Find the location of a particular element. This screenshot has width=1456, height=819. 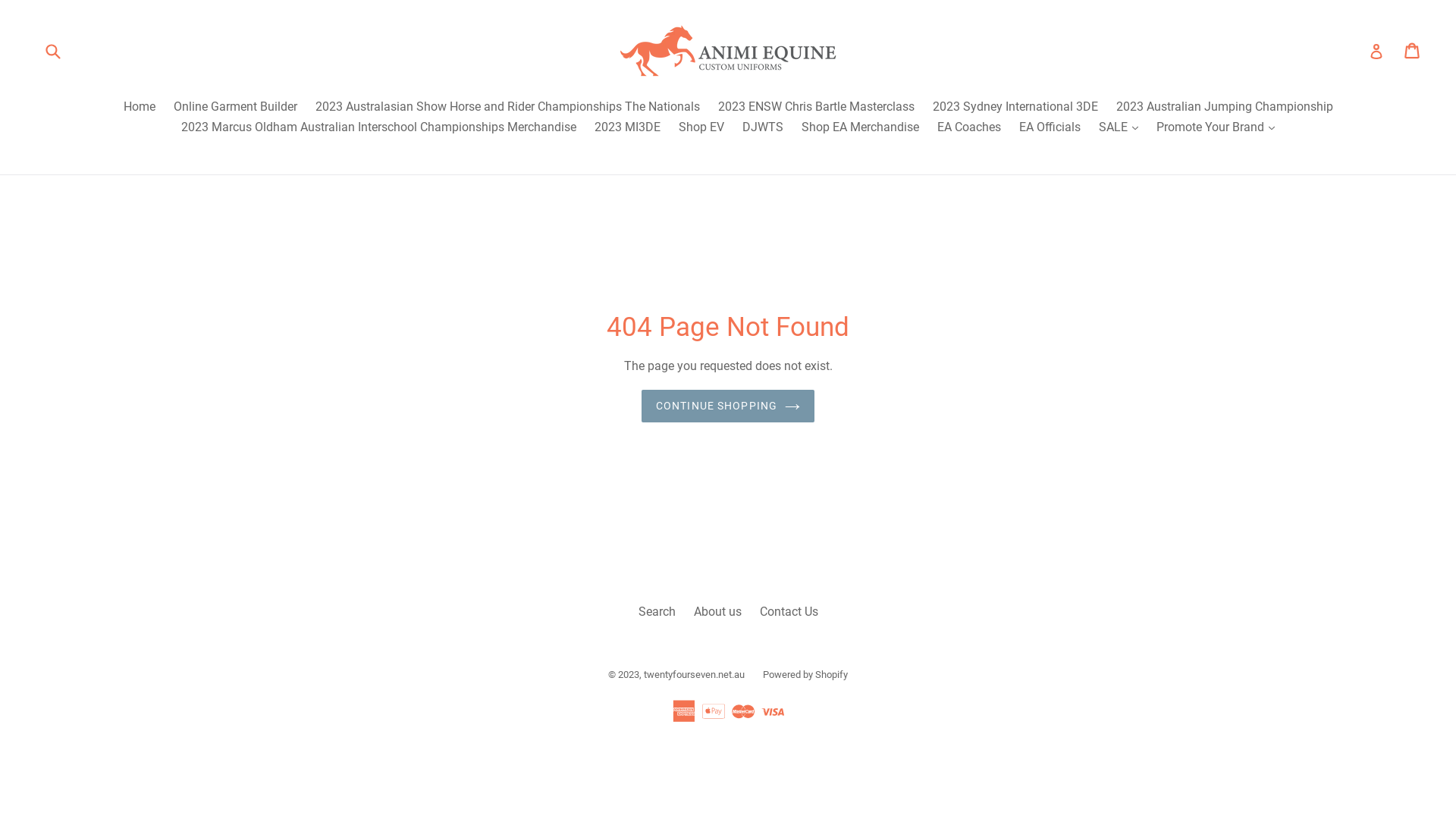

'Online Garment Builder' is located at coordinates (234, 107).